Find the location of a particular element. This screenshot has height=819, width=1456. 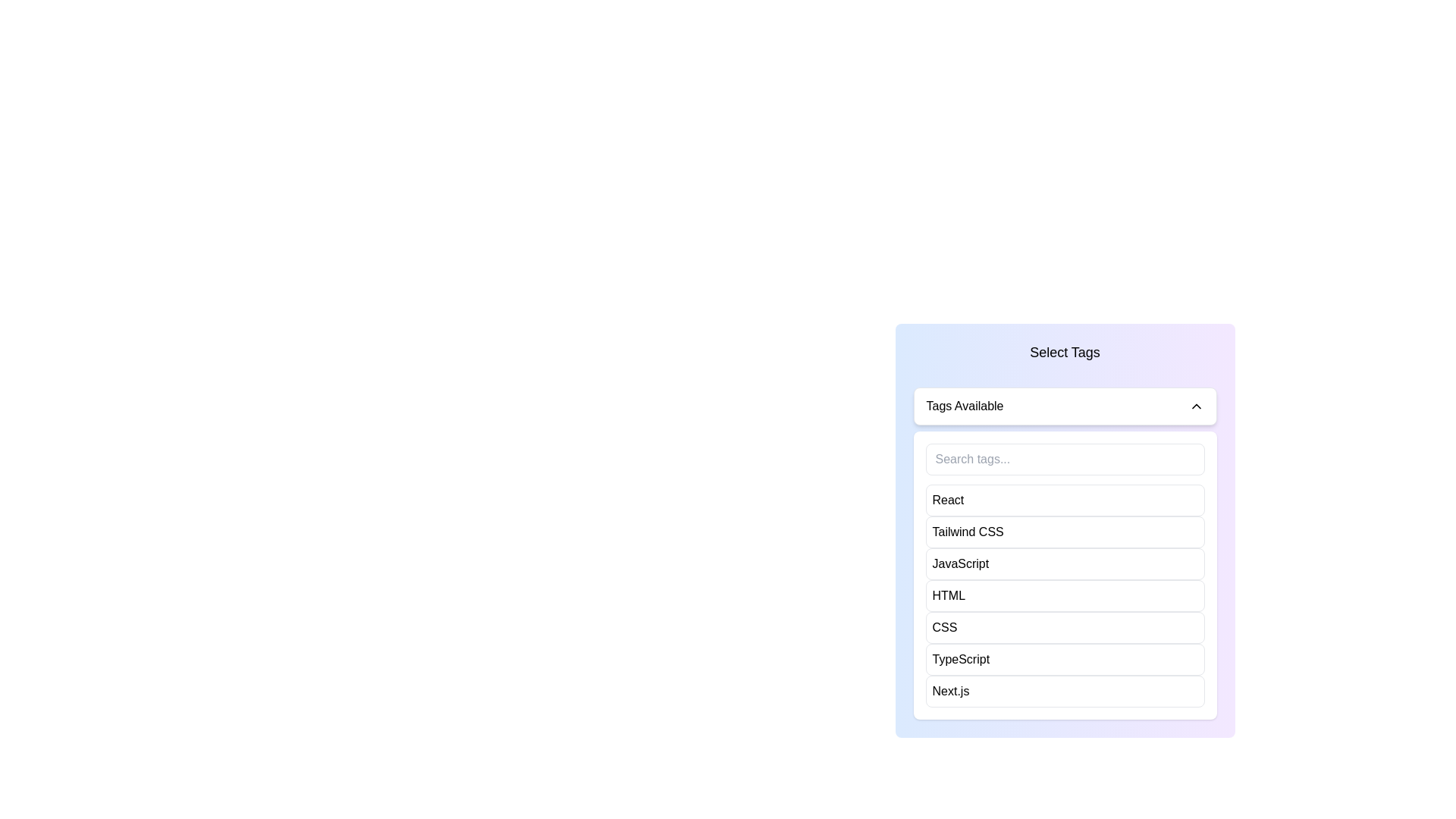

the 'CSS' button located in the fifth position of the vertically stacked list of buttons within the 'Tags Available' dropdown menu is located at coordinates (1064, 628).